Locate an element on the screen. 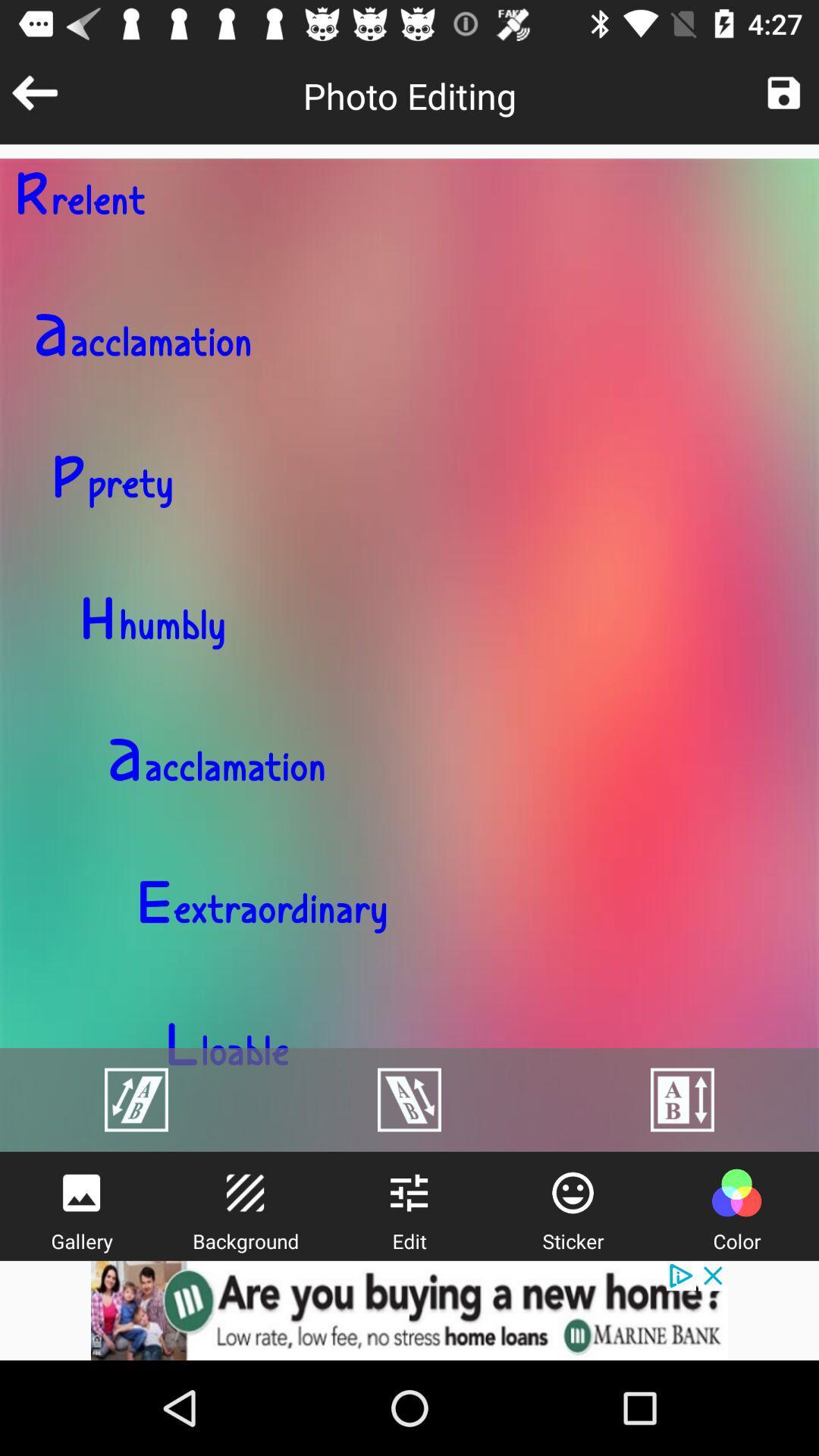 This screenshot has height=1456, width=819. the save icon is located at coordinates (783, 92).